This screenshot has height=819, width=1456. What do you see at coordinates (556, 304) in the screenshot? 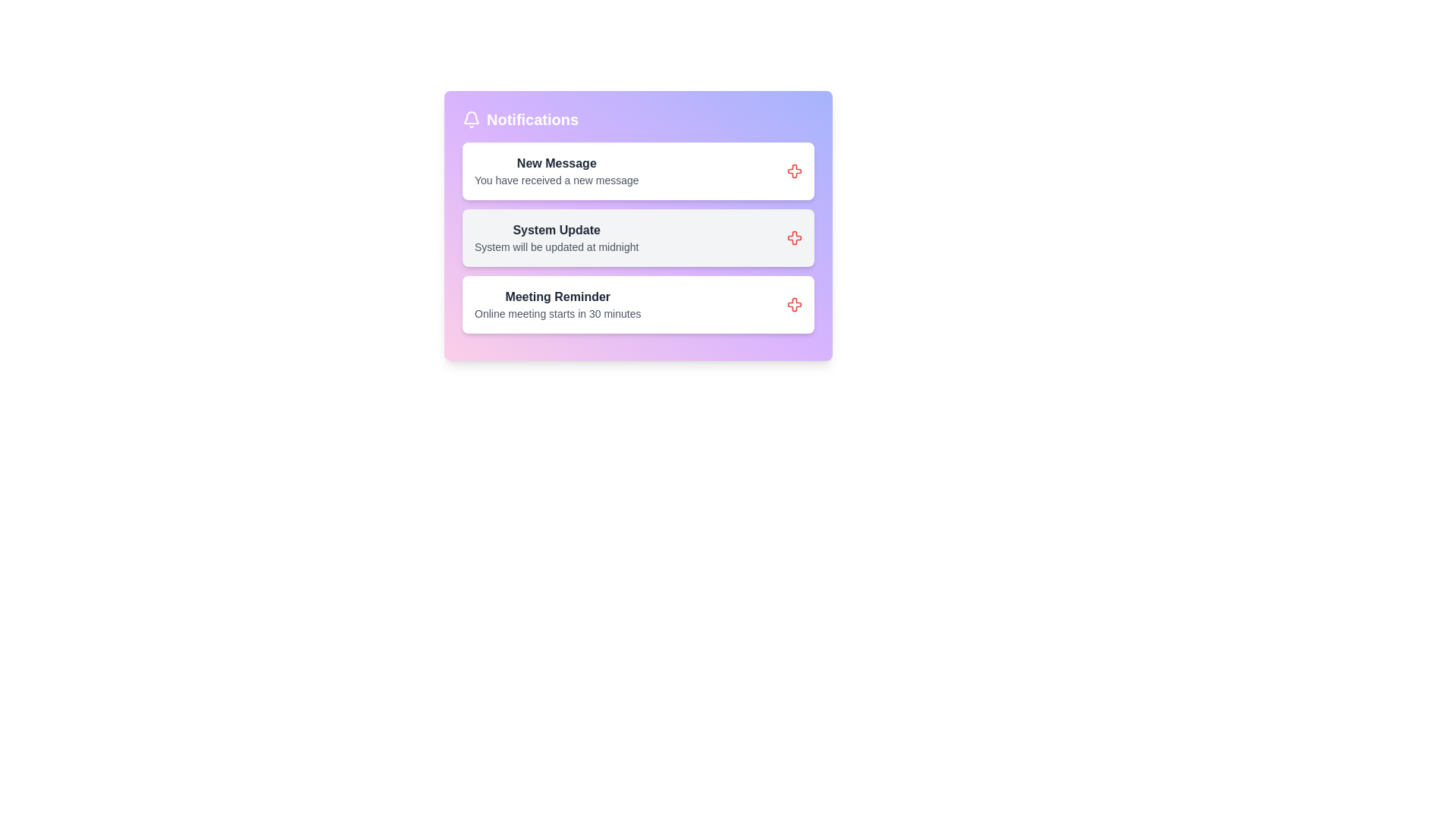
I see `the details of a notification by selecting the notification with title 'Meeting Reminder'` at bounding box center [556, 304].